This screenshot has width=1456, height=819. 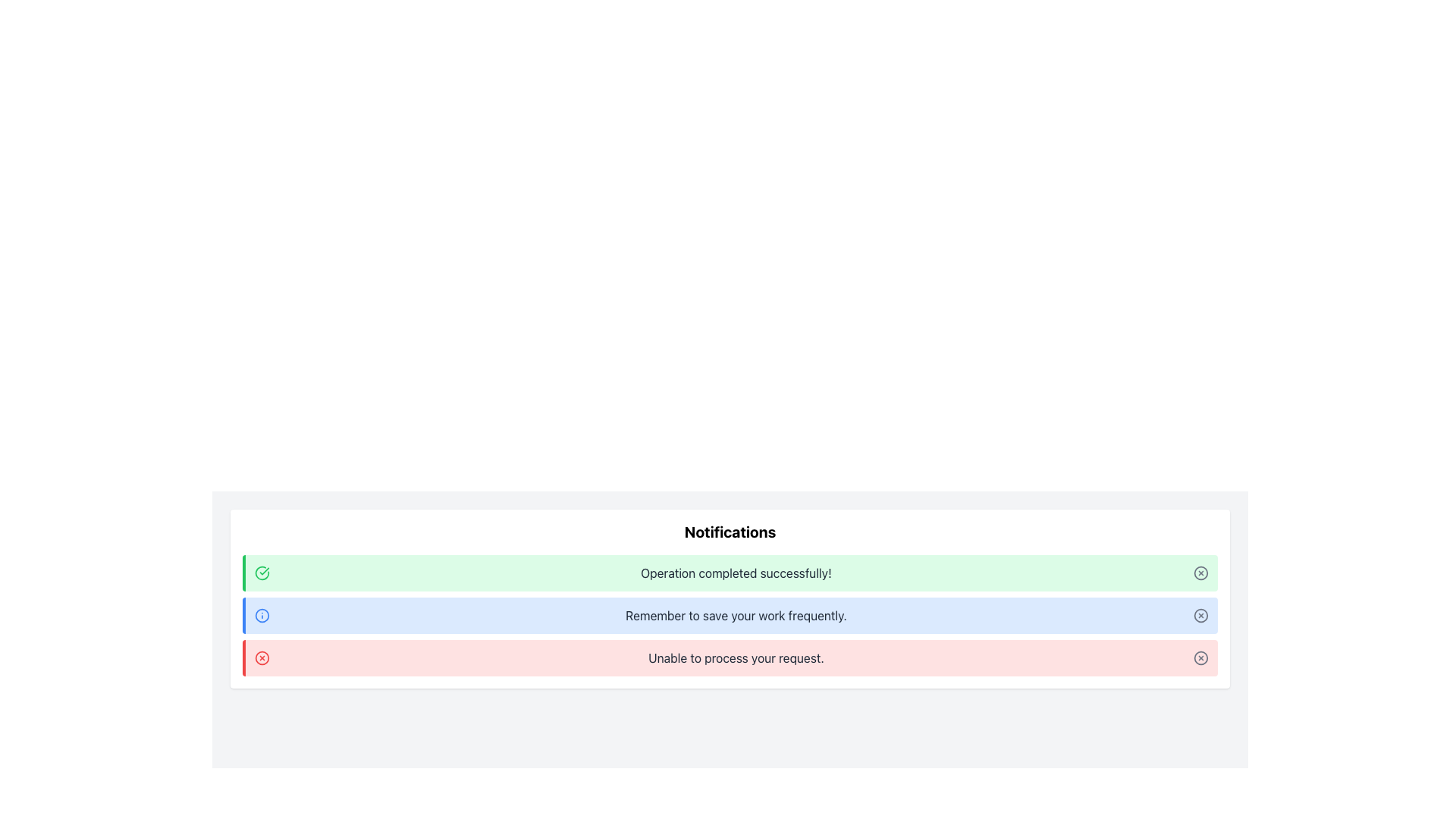 I want to click on the text label that reads 'Unable to process your request.' which is styled in gray and located within a red notification bar at the bottom of the notification list, so click(x=736, y=657).